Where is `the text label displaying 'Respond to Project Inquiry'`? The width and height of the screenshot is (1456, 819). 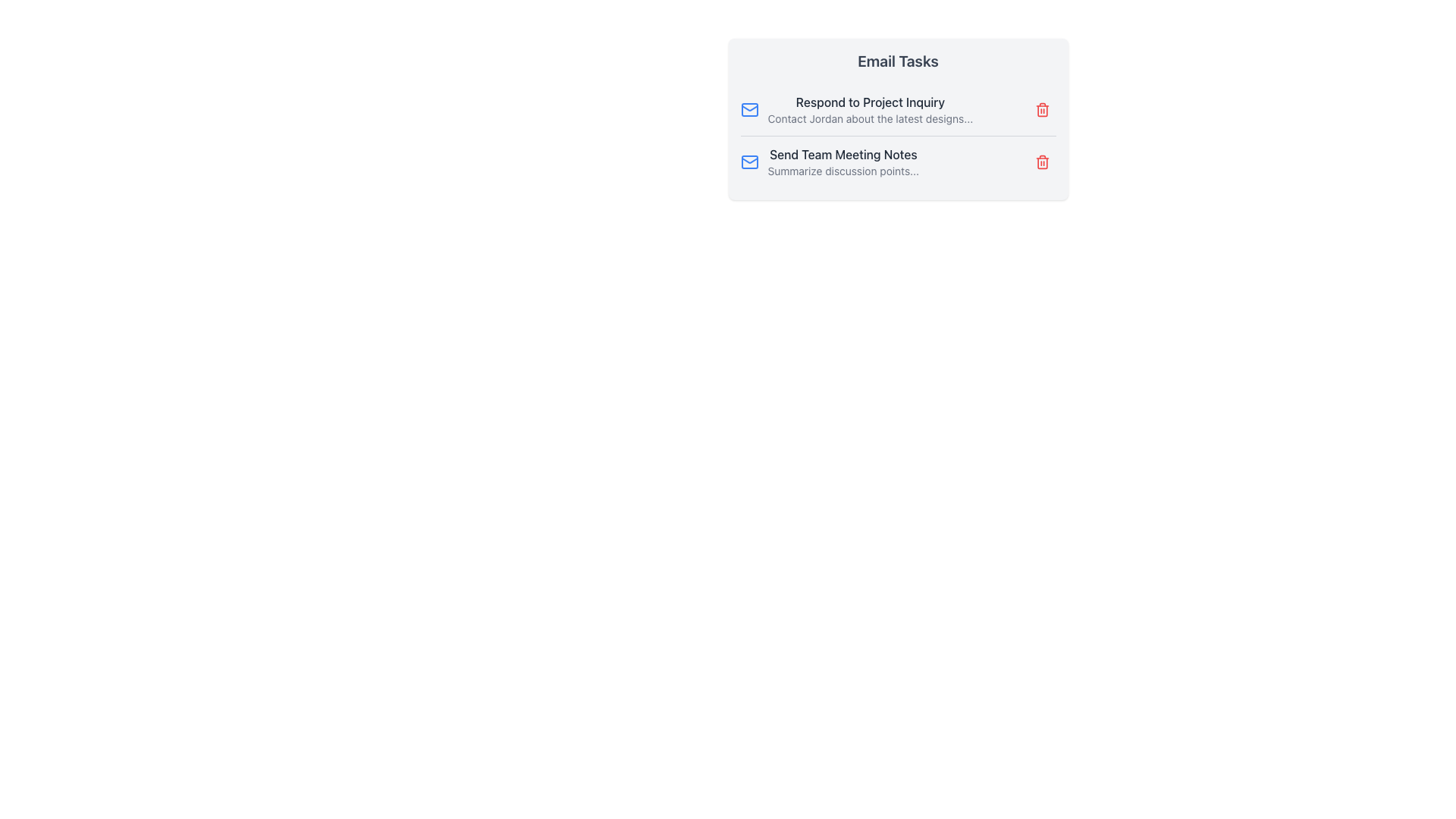
the text label displaying 'Respond to Project Inquiry' is located at coordinates (870, 109).